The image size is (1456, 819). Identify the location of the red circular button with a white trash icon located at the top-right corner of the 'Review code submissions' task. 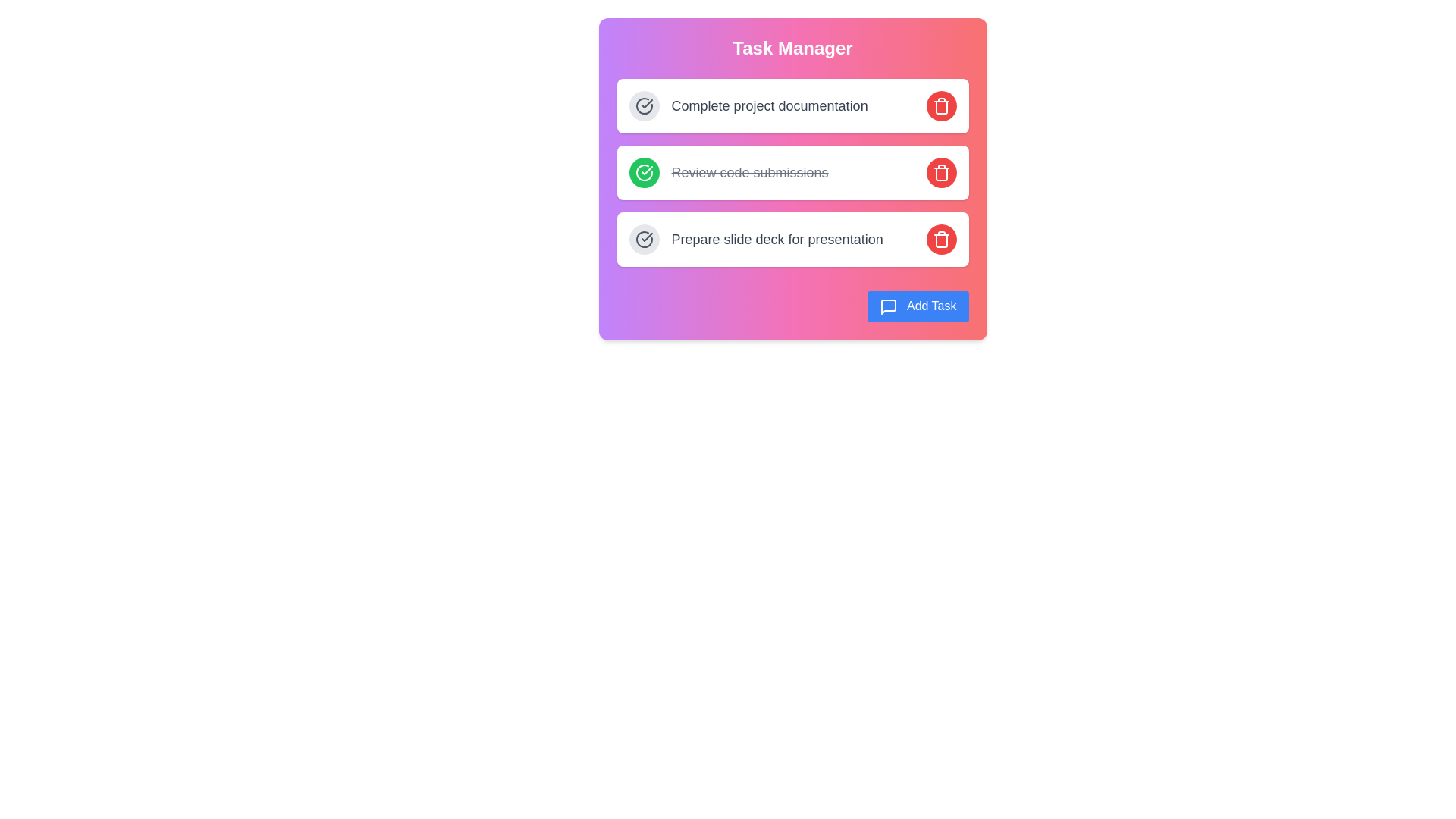
(940, 171).